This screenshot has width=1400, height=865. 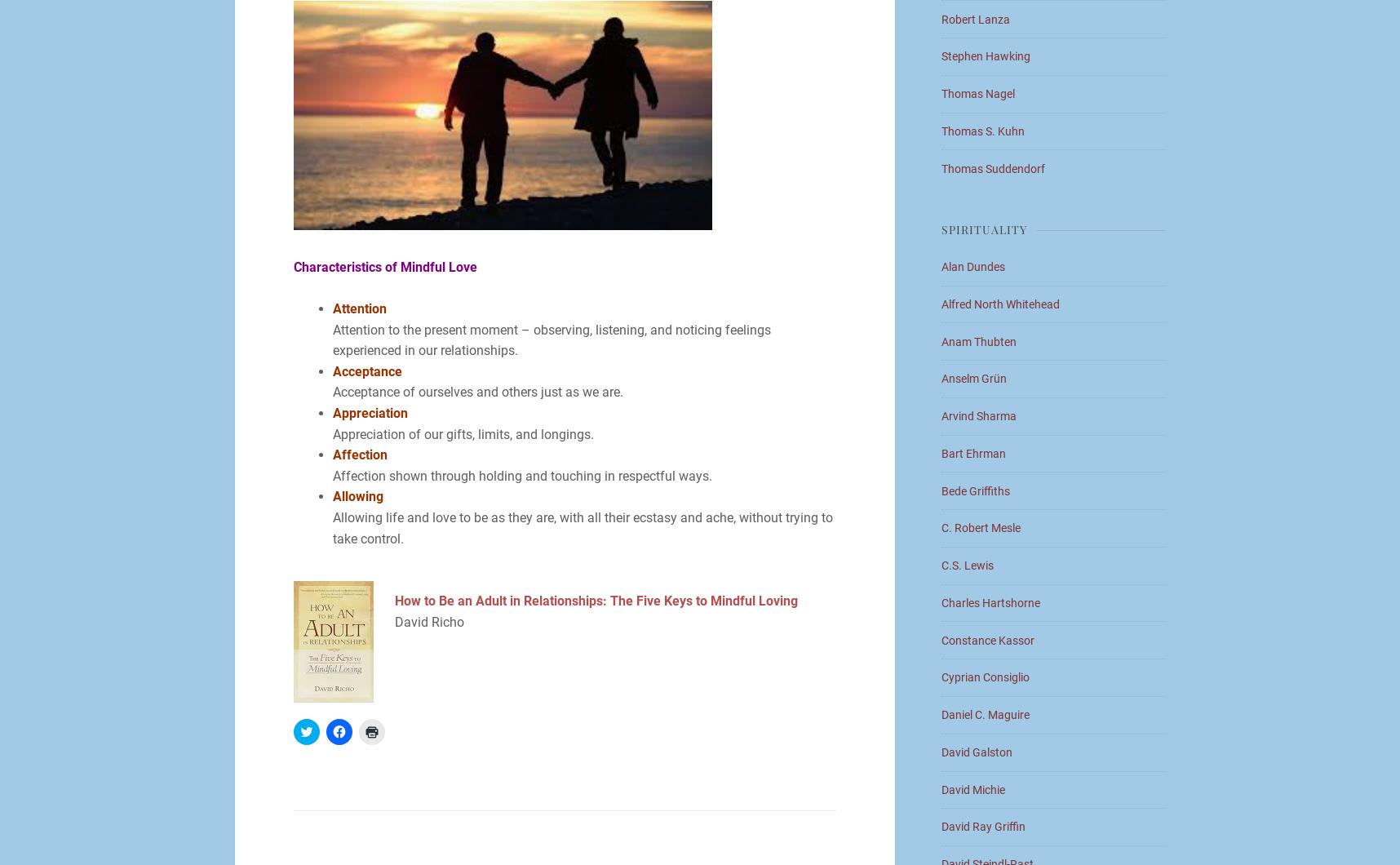 I want to click on 'Stephen Hawking', so click(x=941, y=56).